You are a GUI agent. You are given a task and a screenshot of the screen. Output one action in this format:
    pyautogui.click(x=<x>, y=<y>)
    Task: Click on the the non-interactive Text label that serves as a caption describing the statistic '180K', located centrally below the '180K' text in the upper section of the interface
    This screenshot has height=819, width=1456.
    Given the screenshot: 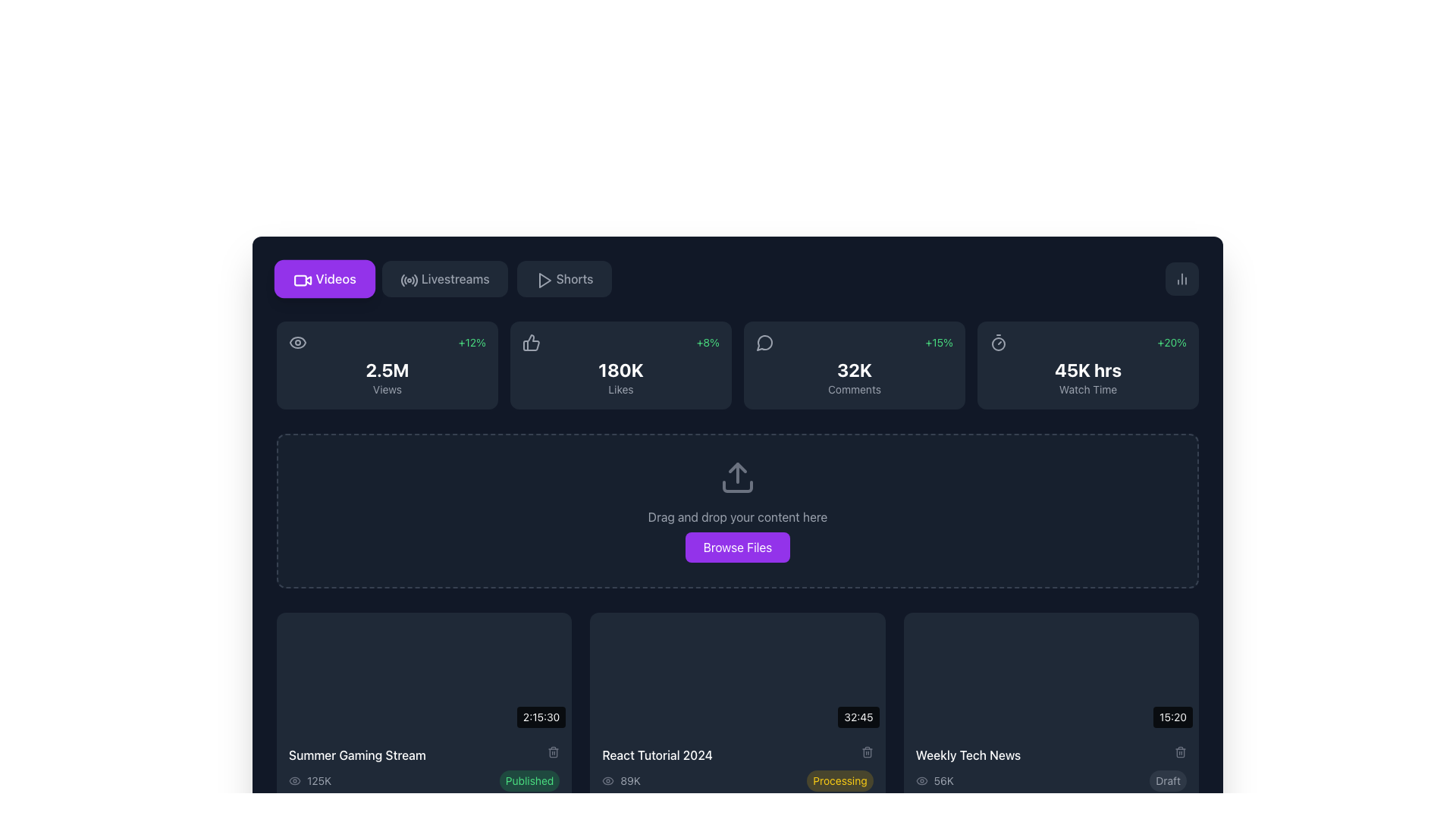 What is the action you would take?
    pyautogui.click(x=621, y=388)
    